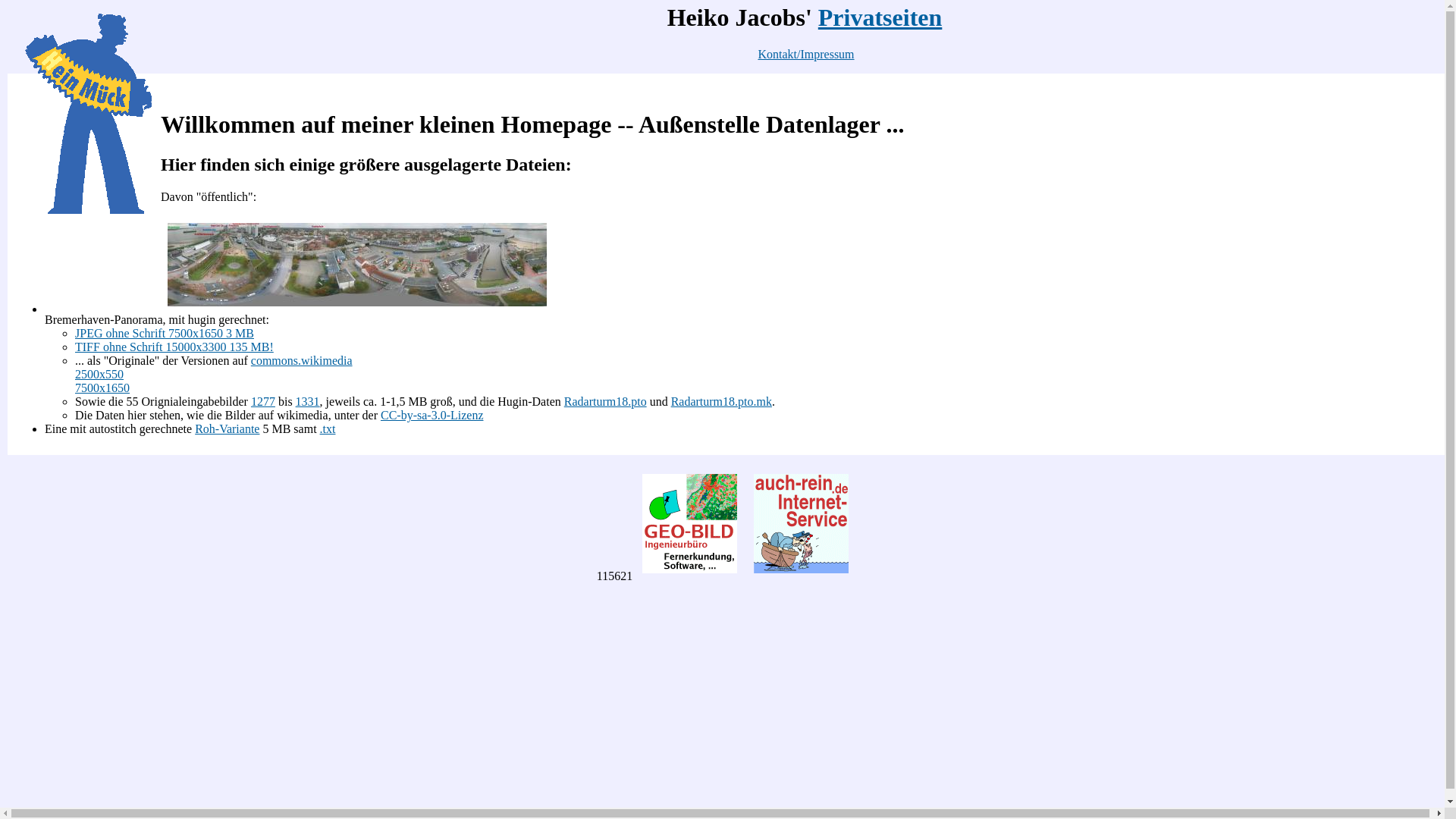 This screenshot has height=819, width=1456. I want to click on 'Privatseiten', so click(817, 17).